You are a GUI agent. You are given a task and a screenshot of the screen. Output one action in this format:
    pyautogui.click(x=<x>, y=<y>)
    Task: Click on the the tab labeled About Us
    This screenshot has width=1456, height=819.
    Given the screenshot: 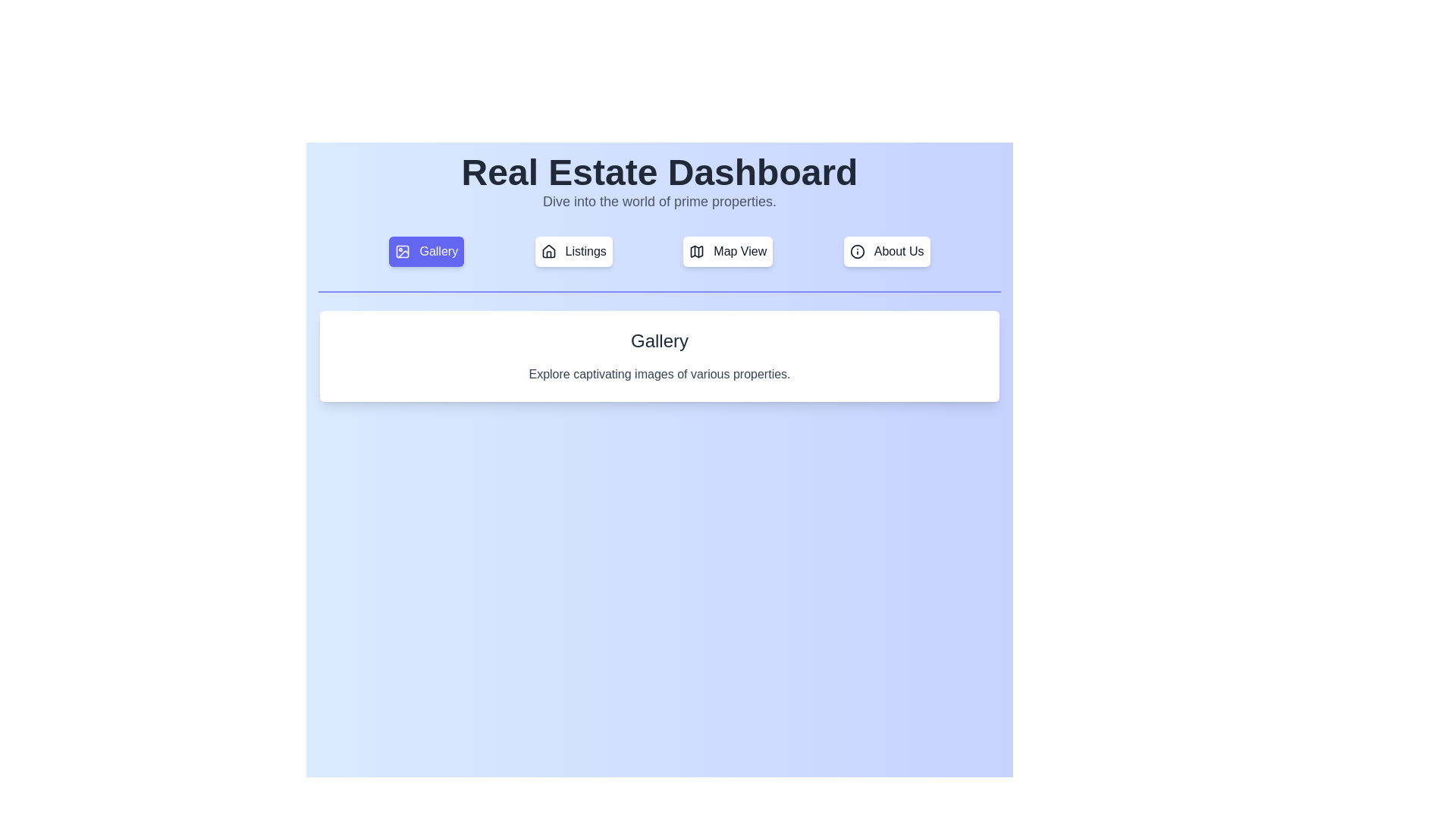 What is the action you would take?
    pyautogui.click(x=886, y=250)
    